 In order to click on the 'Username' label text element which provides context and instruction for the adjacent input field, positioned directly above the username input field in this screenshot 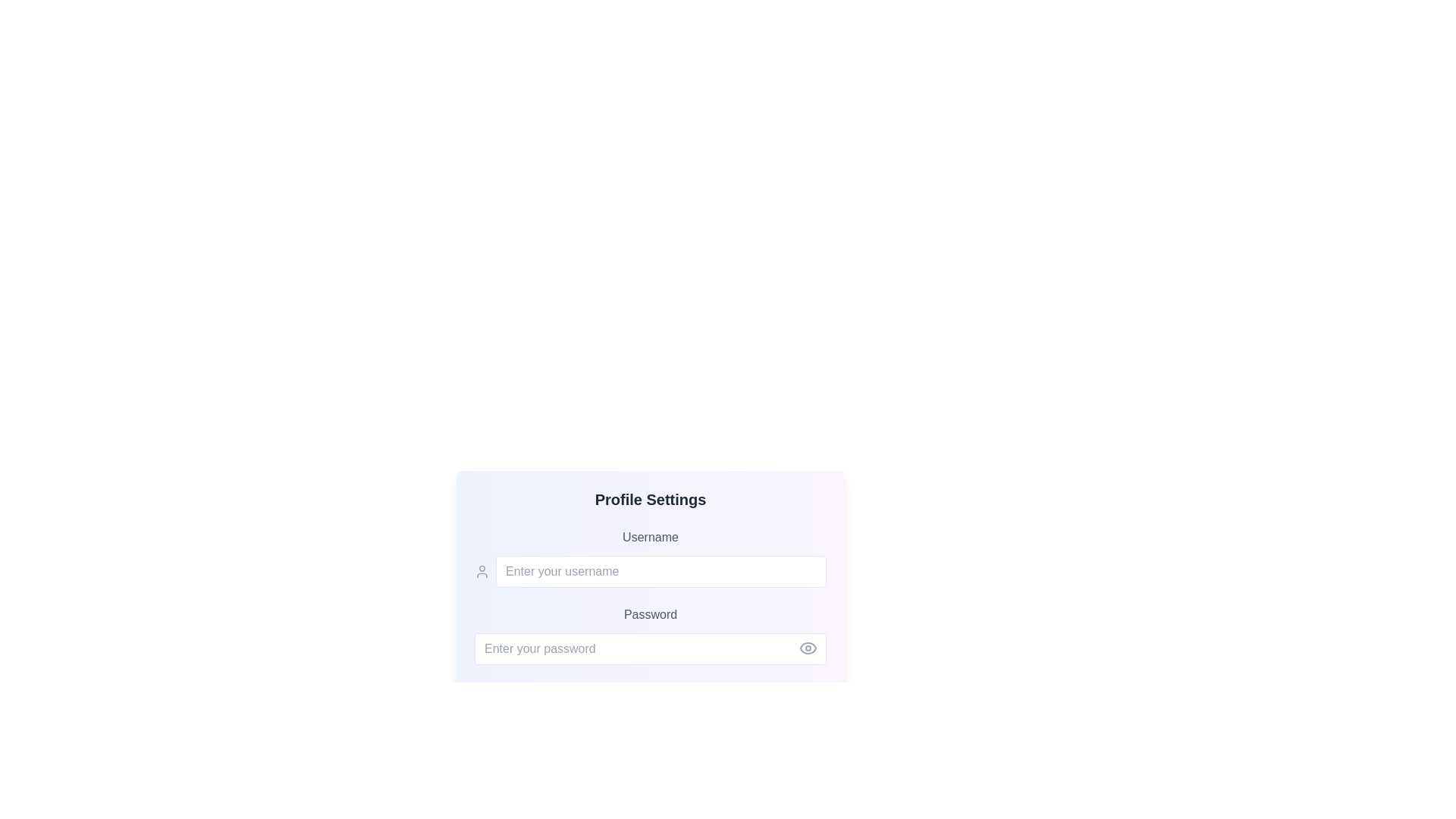, I will do `click(651, 537)`.